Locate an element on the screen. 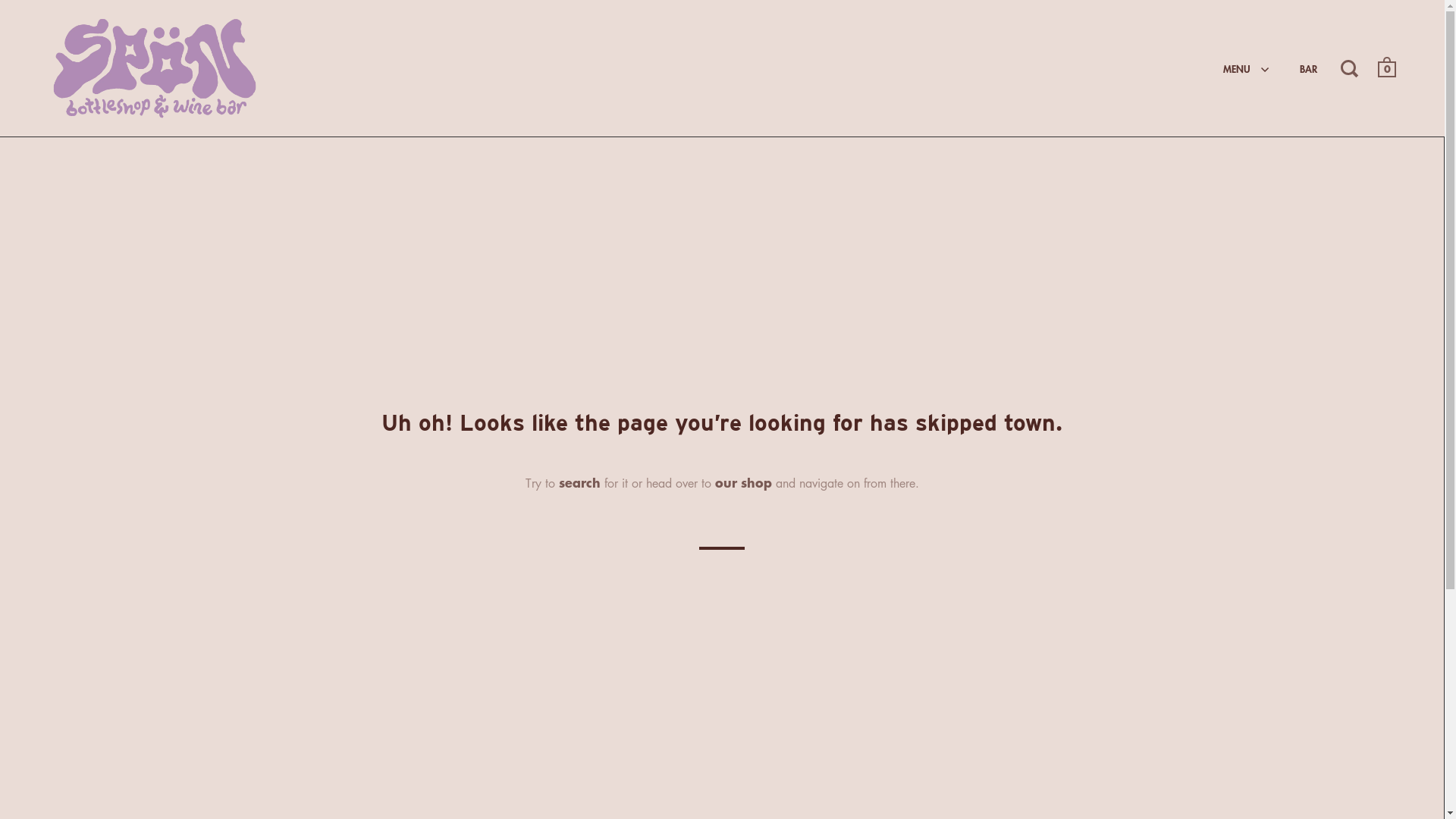 This screenshot has width=1456, height=819. 'Open search' is located at coordinates (1351, 66).